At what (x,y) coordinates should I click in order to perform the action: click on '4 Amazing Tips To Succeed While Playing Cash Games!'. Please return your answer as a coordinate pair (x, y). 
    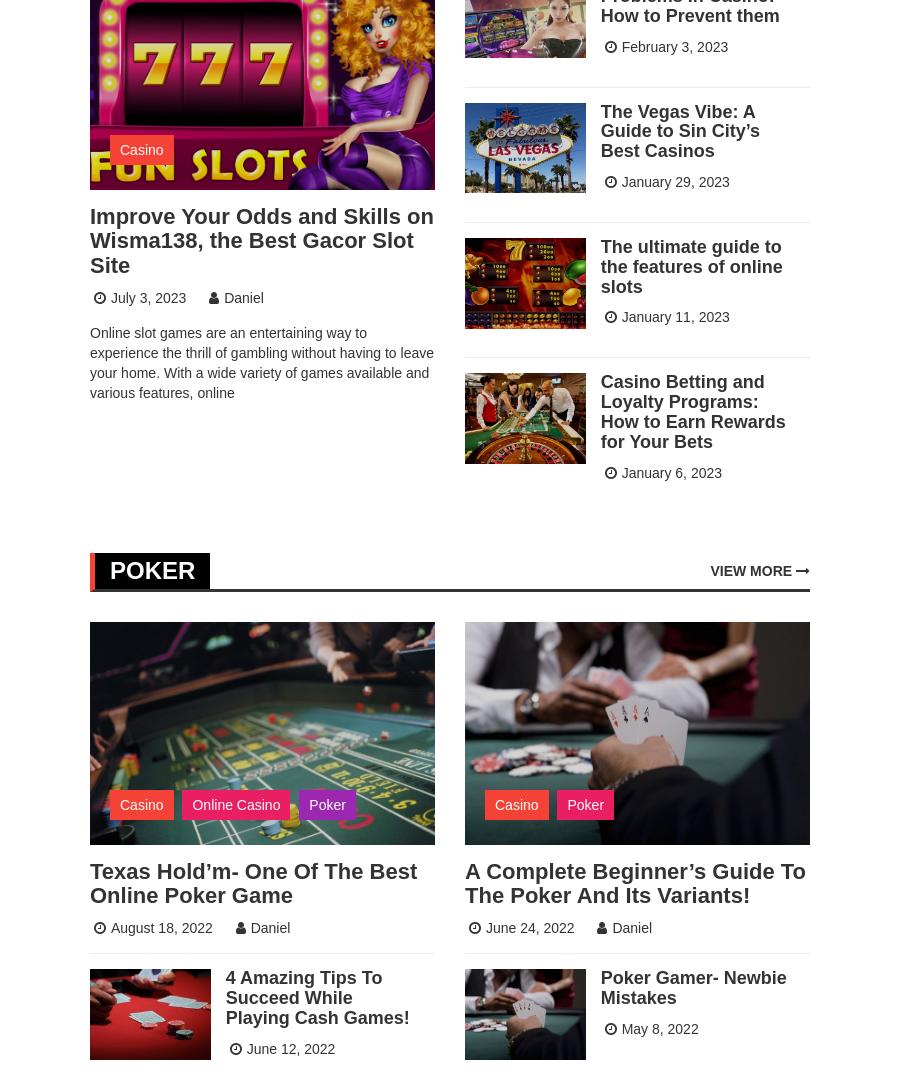
    Looking at the image, I should click on (315, 996).